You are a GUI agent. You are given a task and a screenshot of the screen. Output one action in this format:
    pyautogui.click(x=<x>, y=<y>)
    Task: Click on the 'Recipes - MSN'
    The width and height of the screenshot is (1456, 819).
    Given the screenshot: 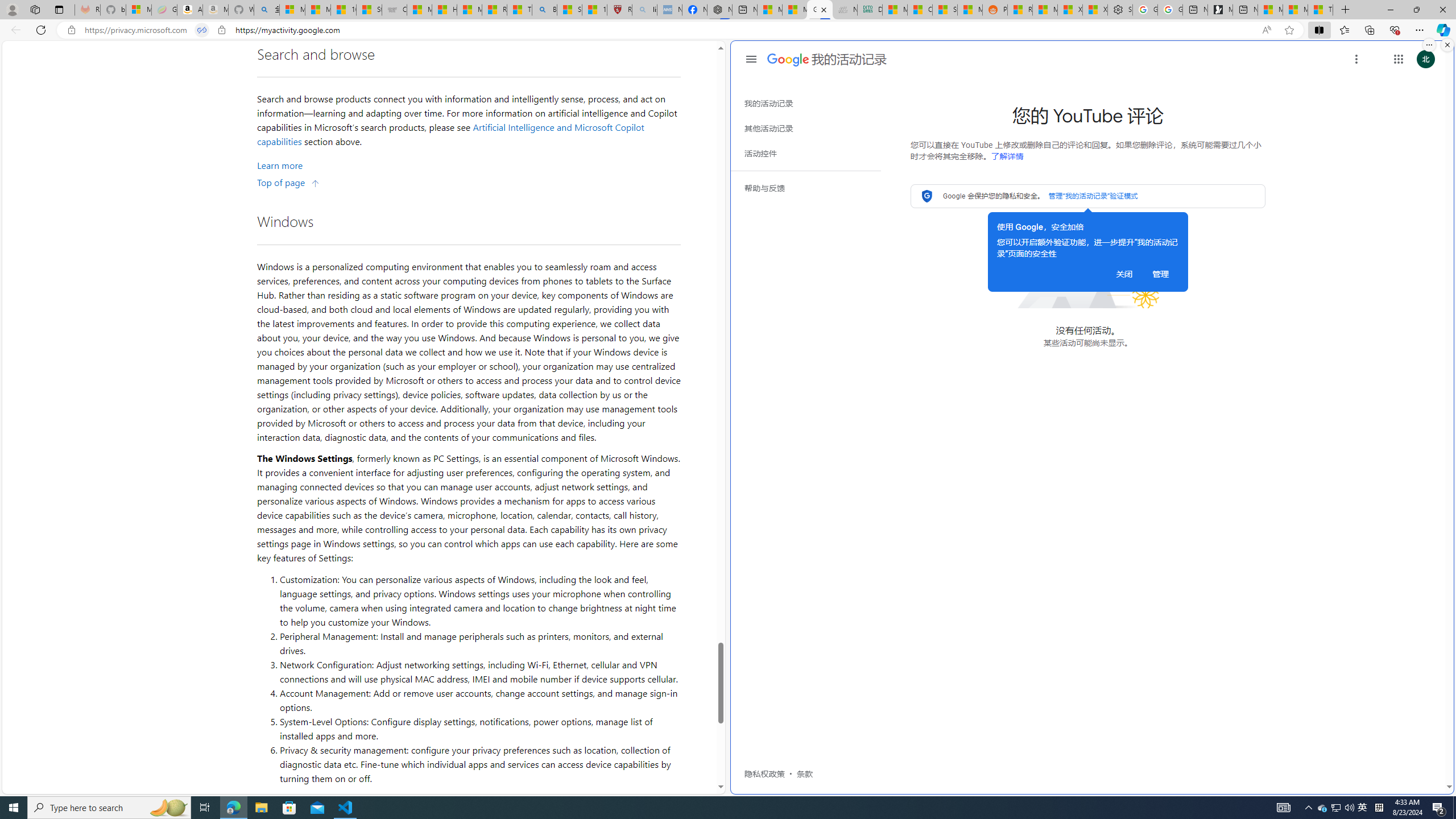 What is the action you would take?
    pyautogui.click(x=494, y=9)
    